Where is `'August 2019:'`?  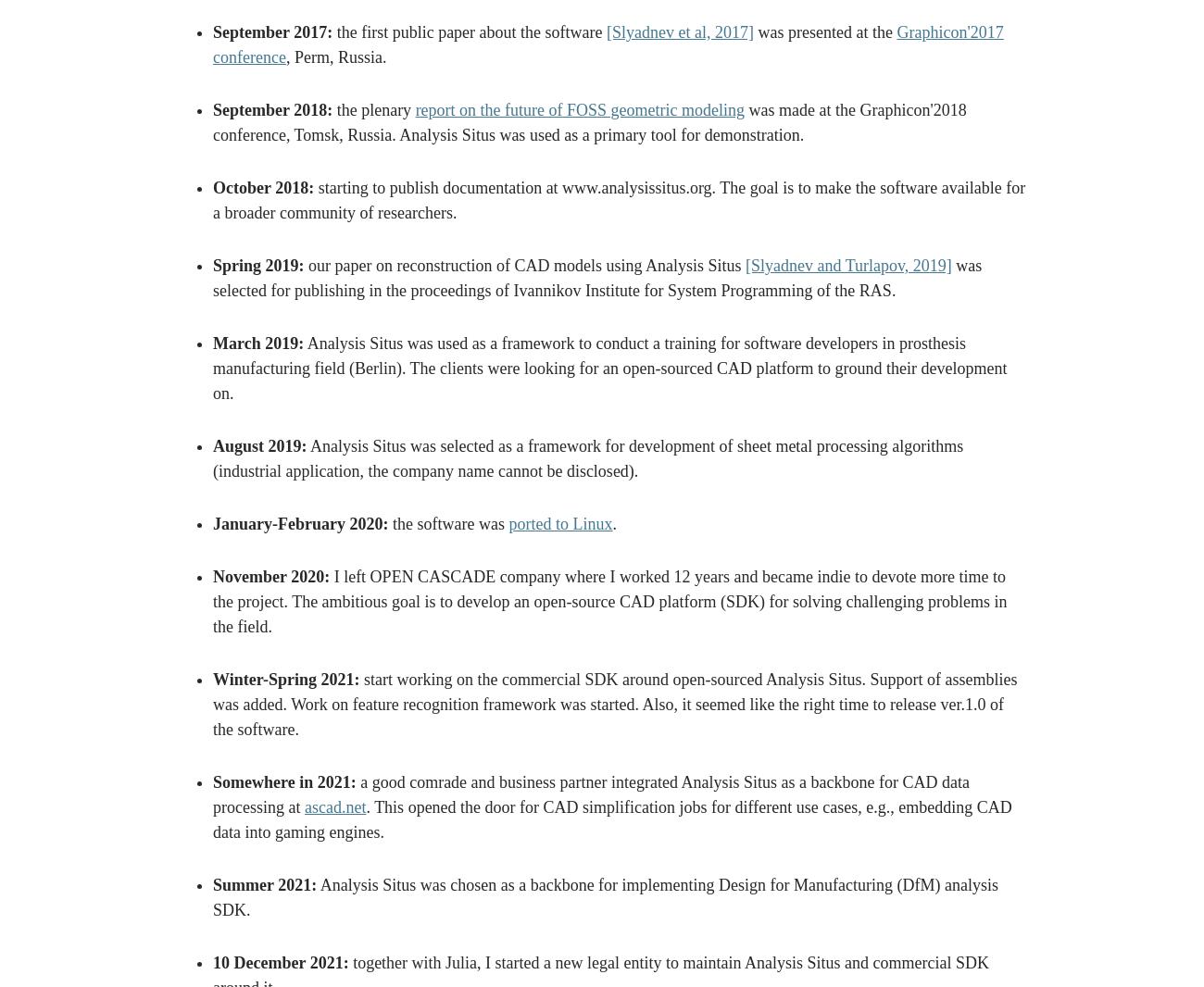
'August 2019:' is located at coordinates (259, 446).